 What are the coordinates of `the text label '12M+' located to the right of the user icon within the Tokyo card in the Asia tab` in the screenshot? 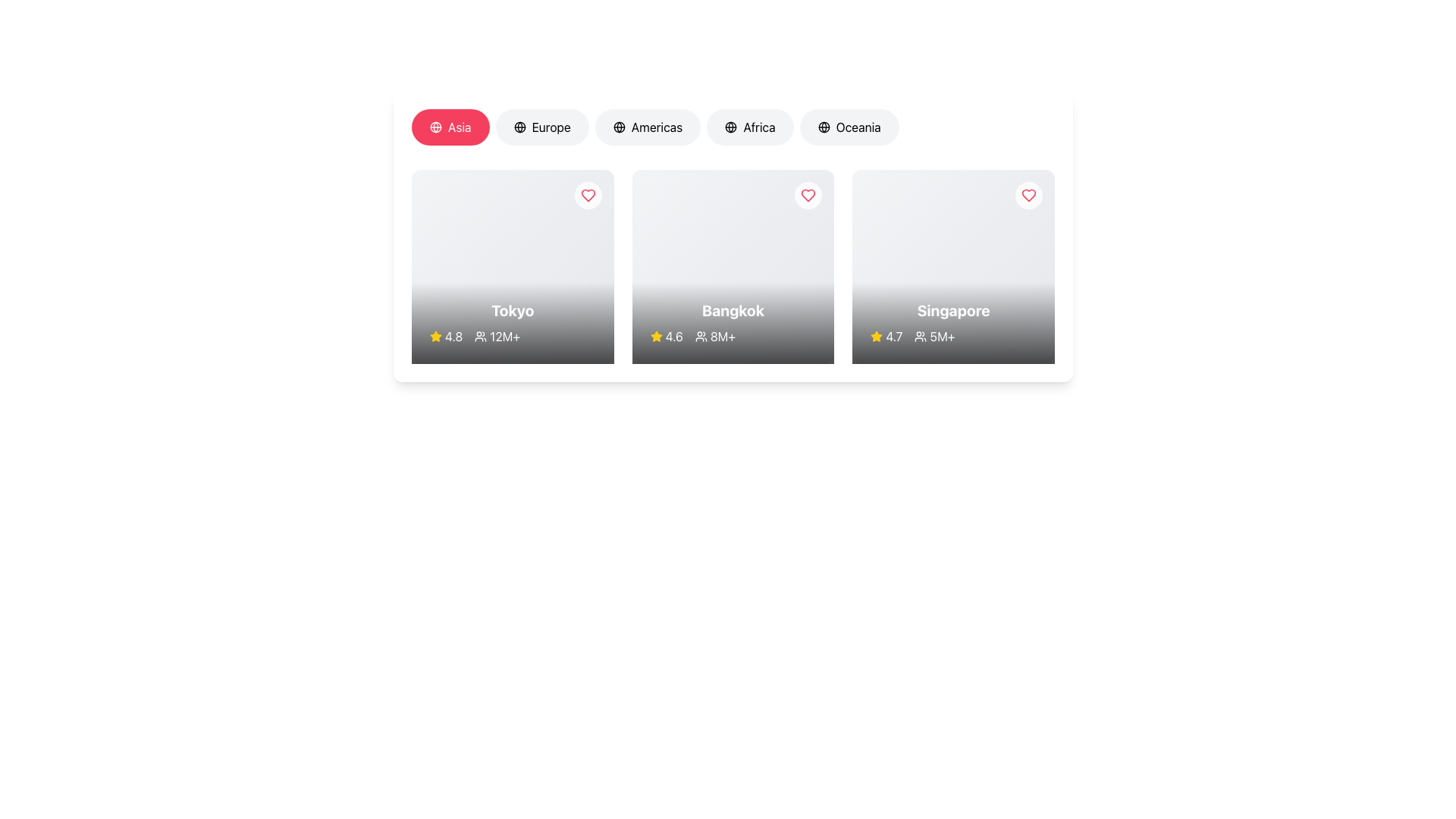 It's located at (513, 335).